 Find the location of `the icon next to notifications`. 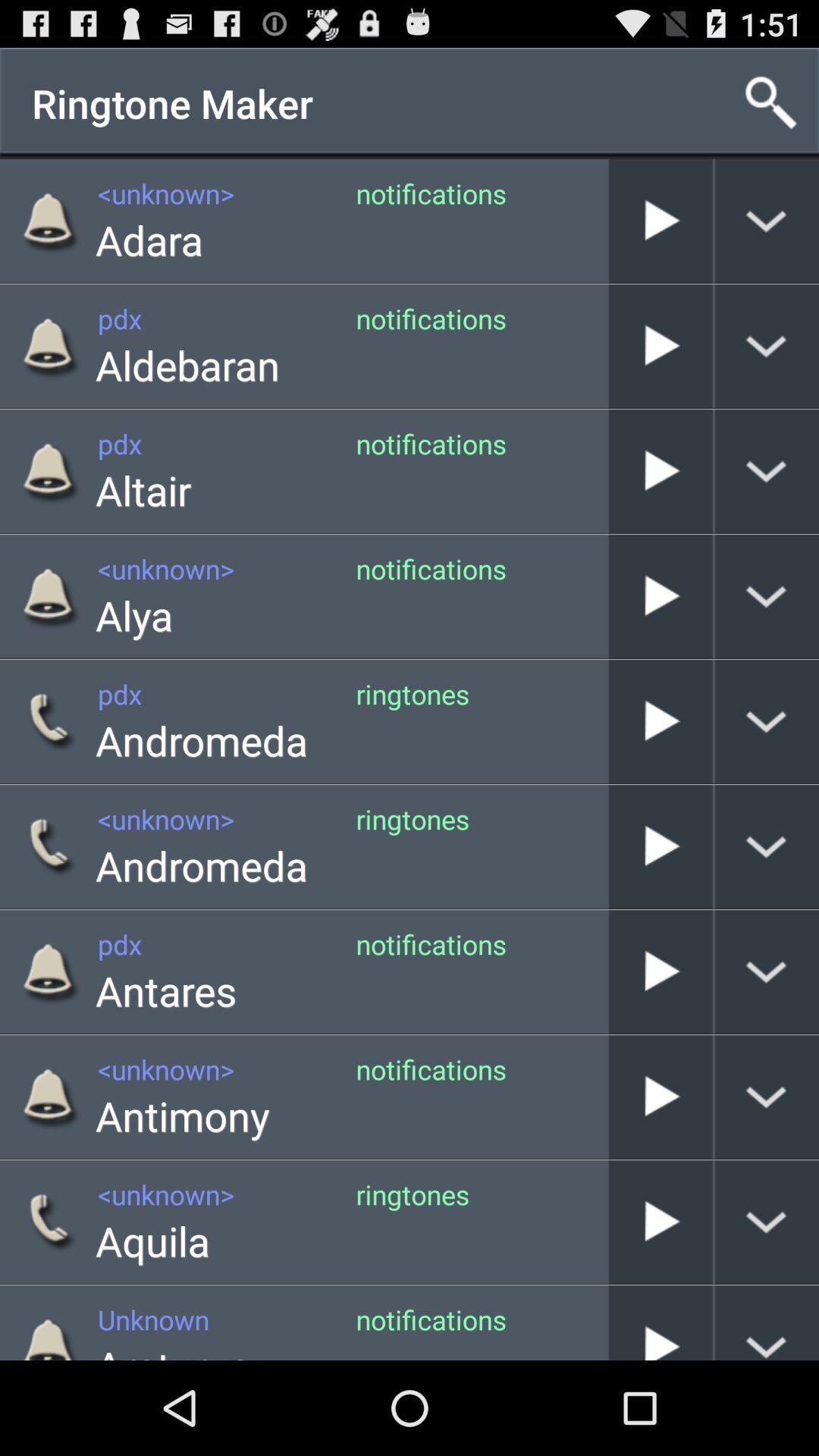

the icon next to notifications is located at coordinates (143, 490).